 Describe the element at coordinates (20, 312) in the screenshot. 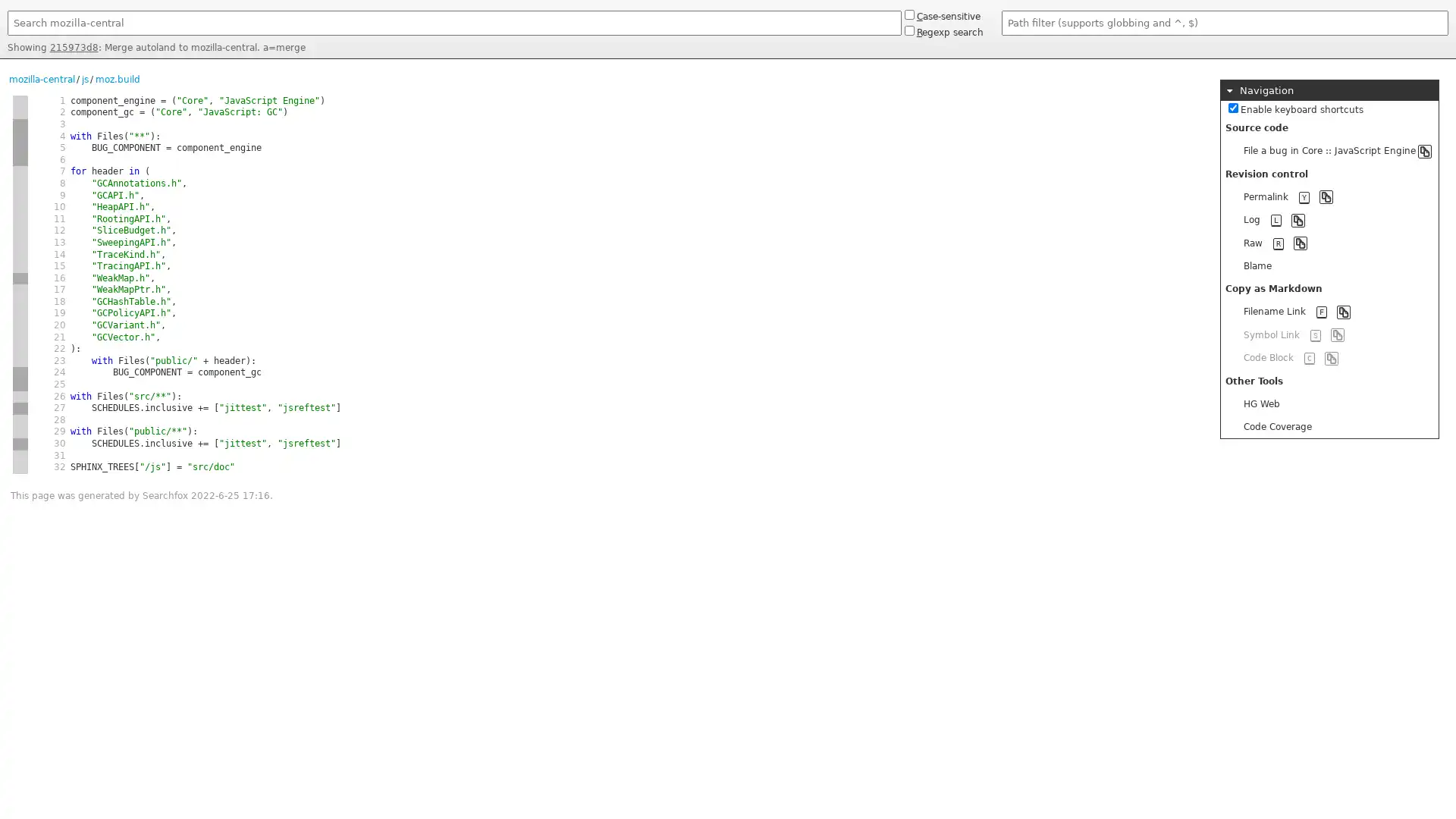

I see `same hash 1` at that location.